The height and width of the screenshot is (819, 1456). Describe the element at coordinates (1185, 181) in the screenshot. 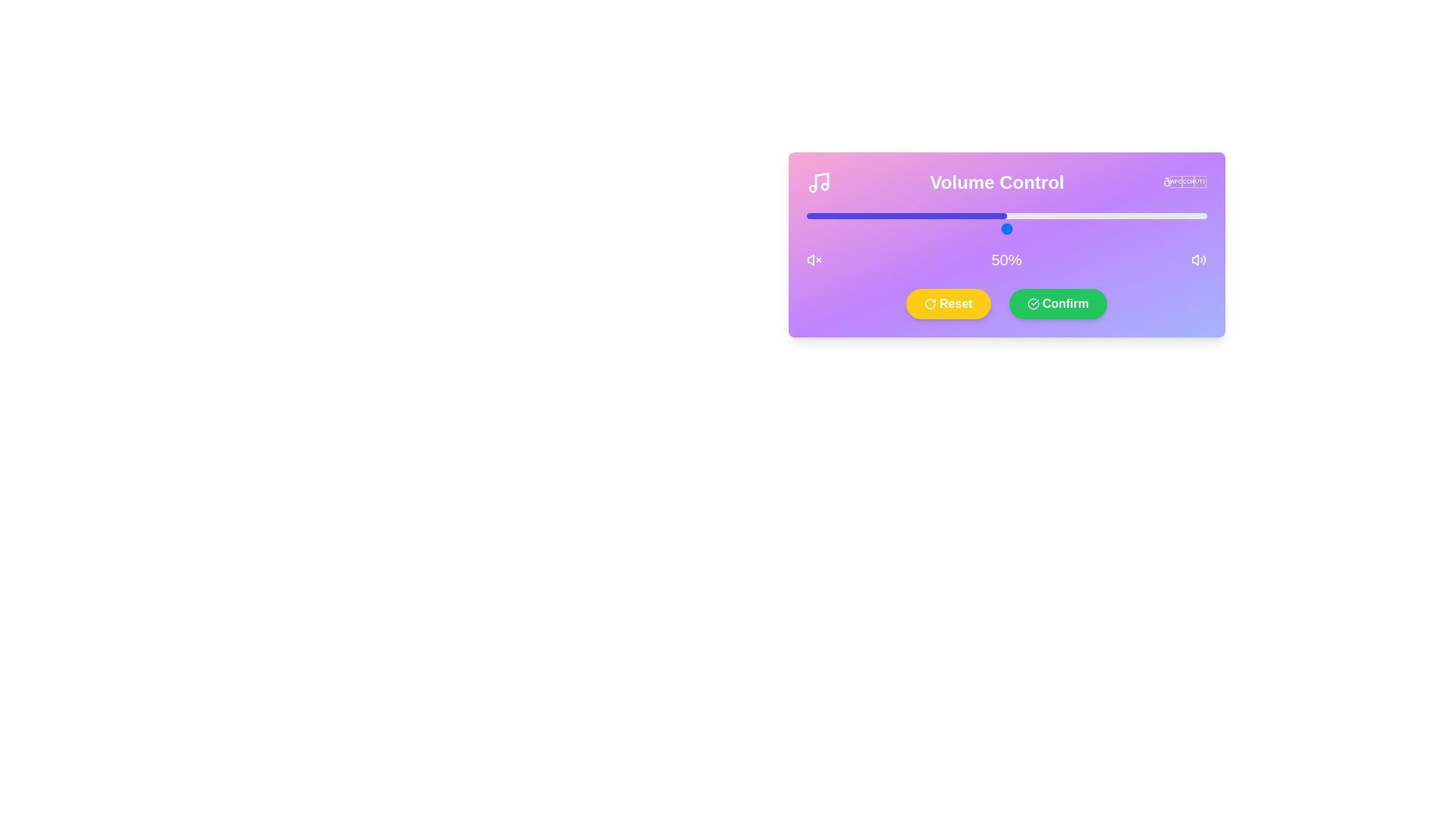

I see `the white sound icon emoji located in the header section of the volume control interface, which is positioned next to the text 'Volume Control'` at that location.